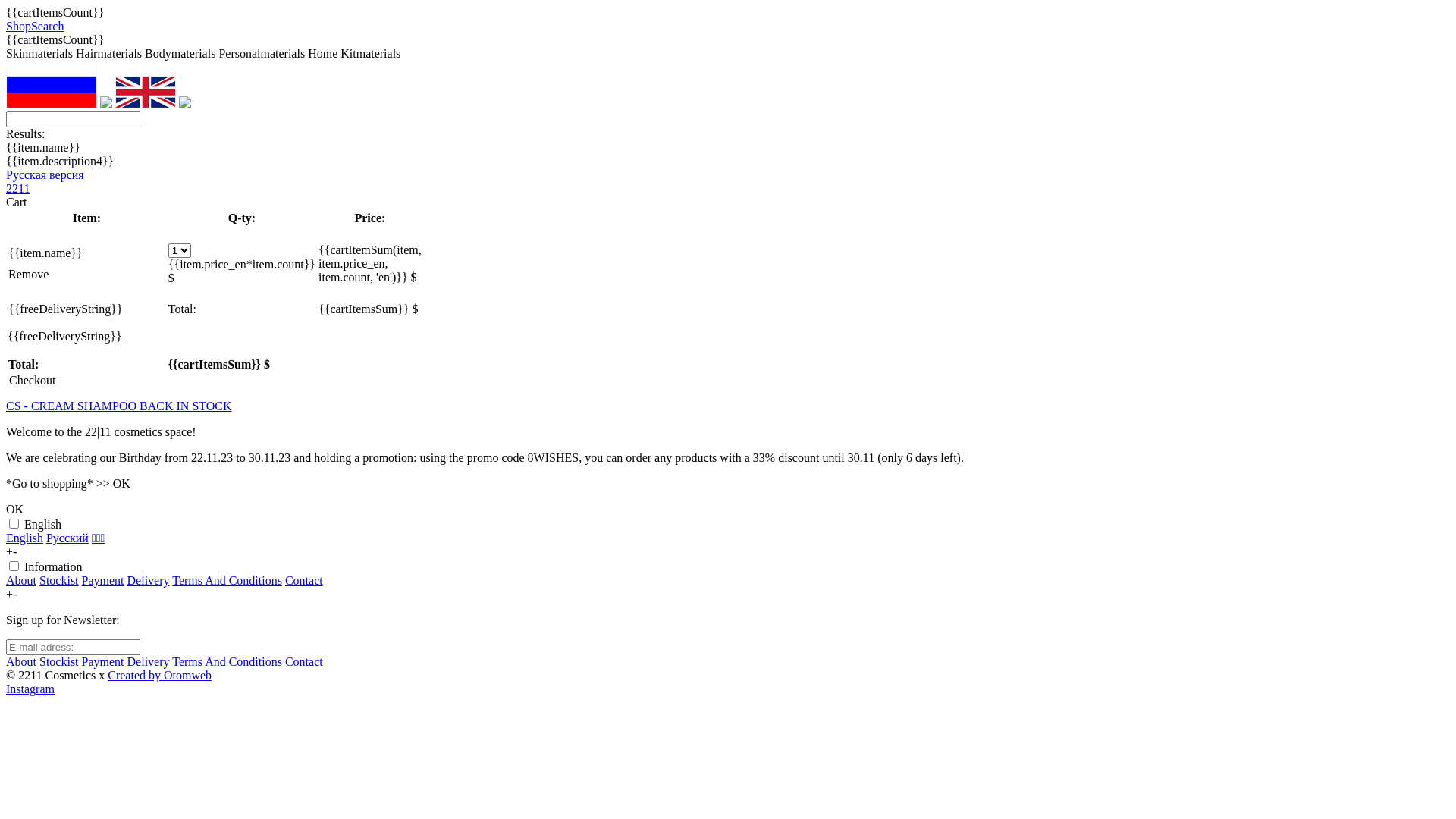  I want to click on 'English', so click(24, 537).